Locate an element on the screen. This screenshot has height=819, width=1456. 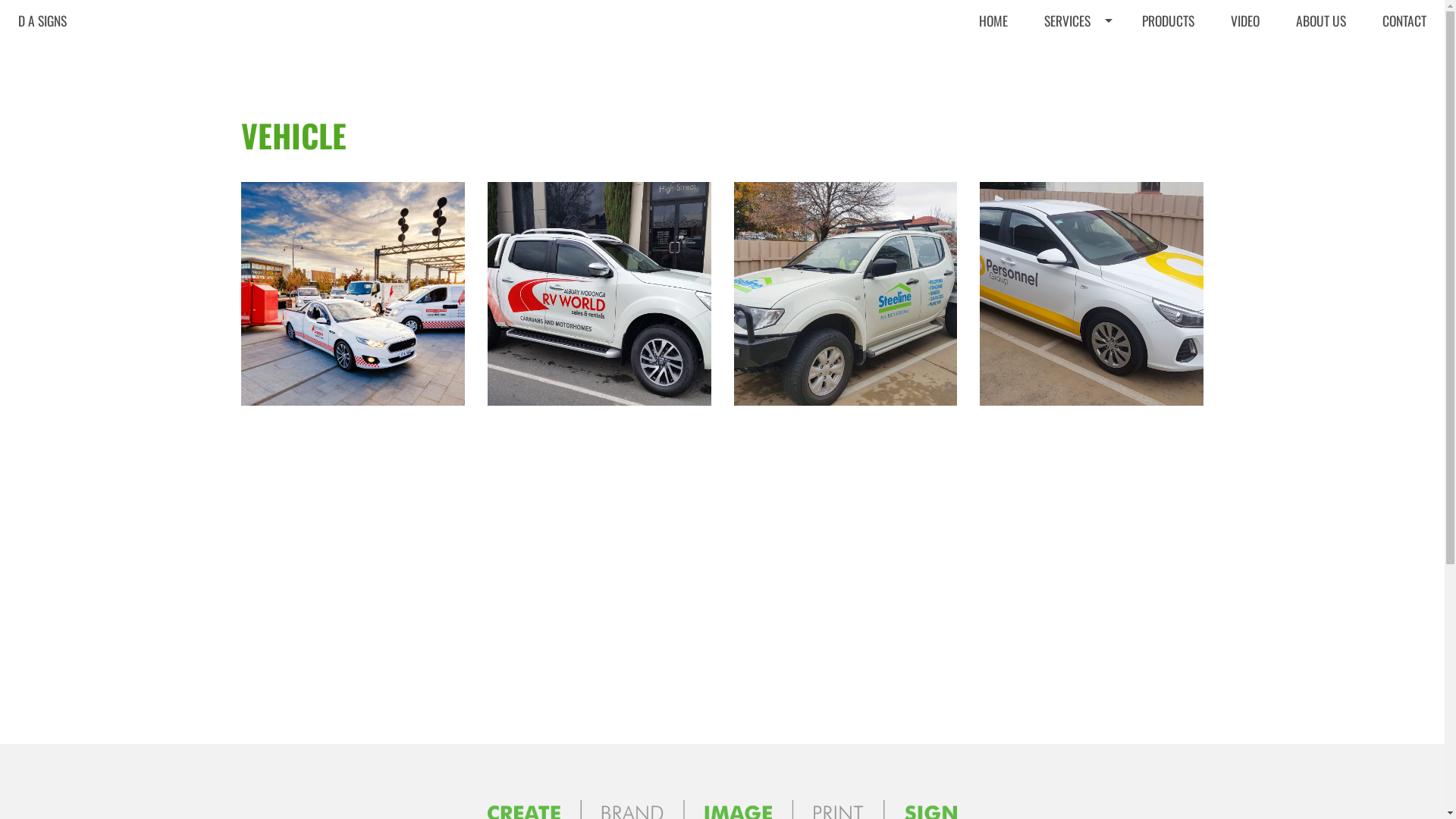
'VIDEO' is located at coordinates (1244, 20).